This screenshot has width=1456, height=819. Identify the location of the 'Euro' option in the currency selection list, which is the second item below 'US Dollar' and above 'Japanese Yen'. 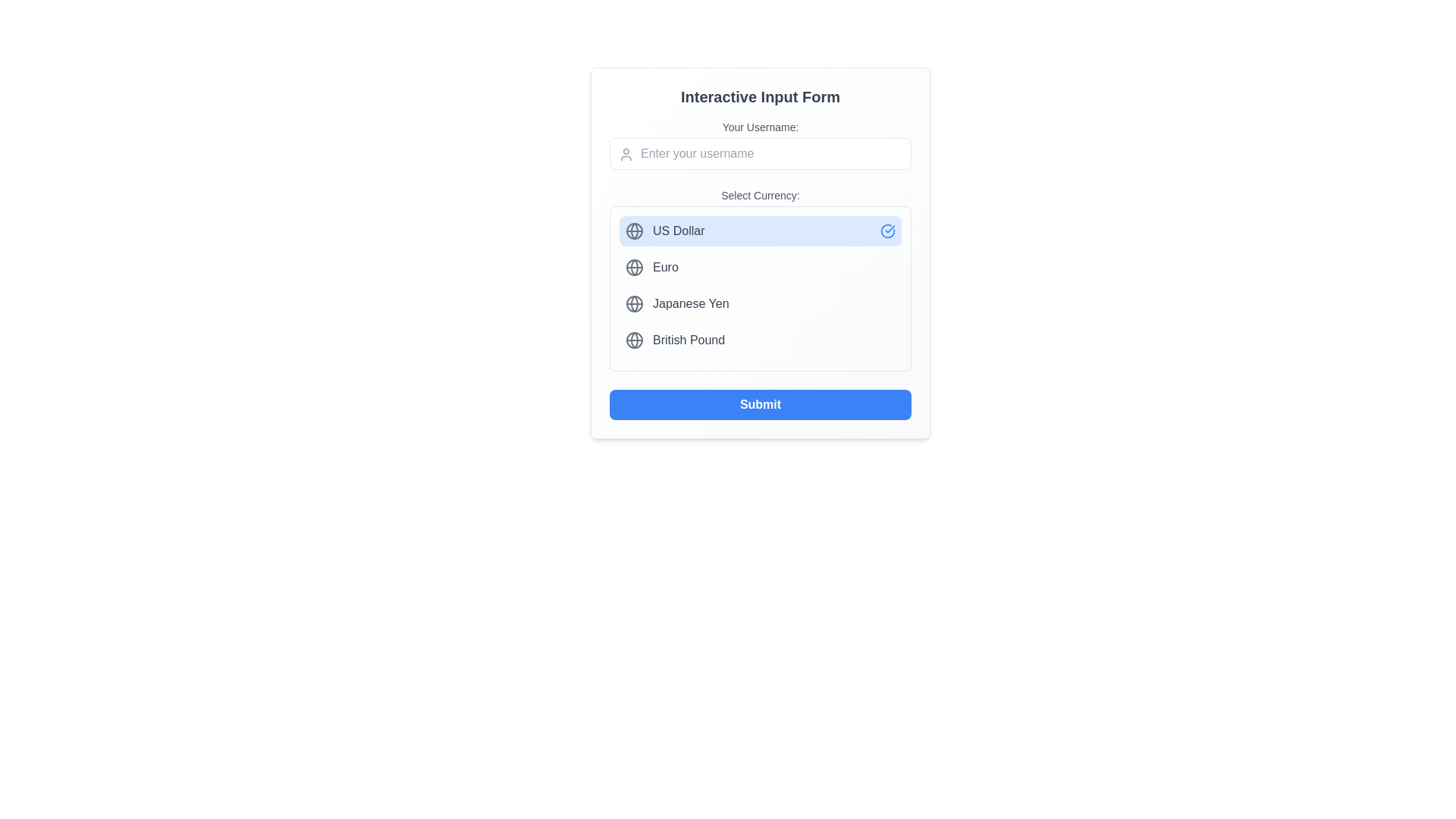
(761, 267).